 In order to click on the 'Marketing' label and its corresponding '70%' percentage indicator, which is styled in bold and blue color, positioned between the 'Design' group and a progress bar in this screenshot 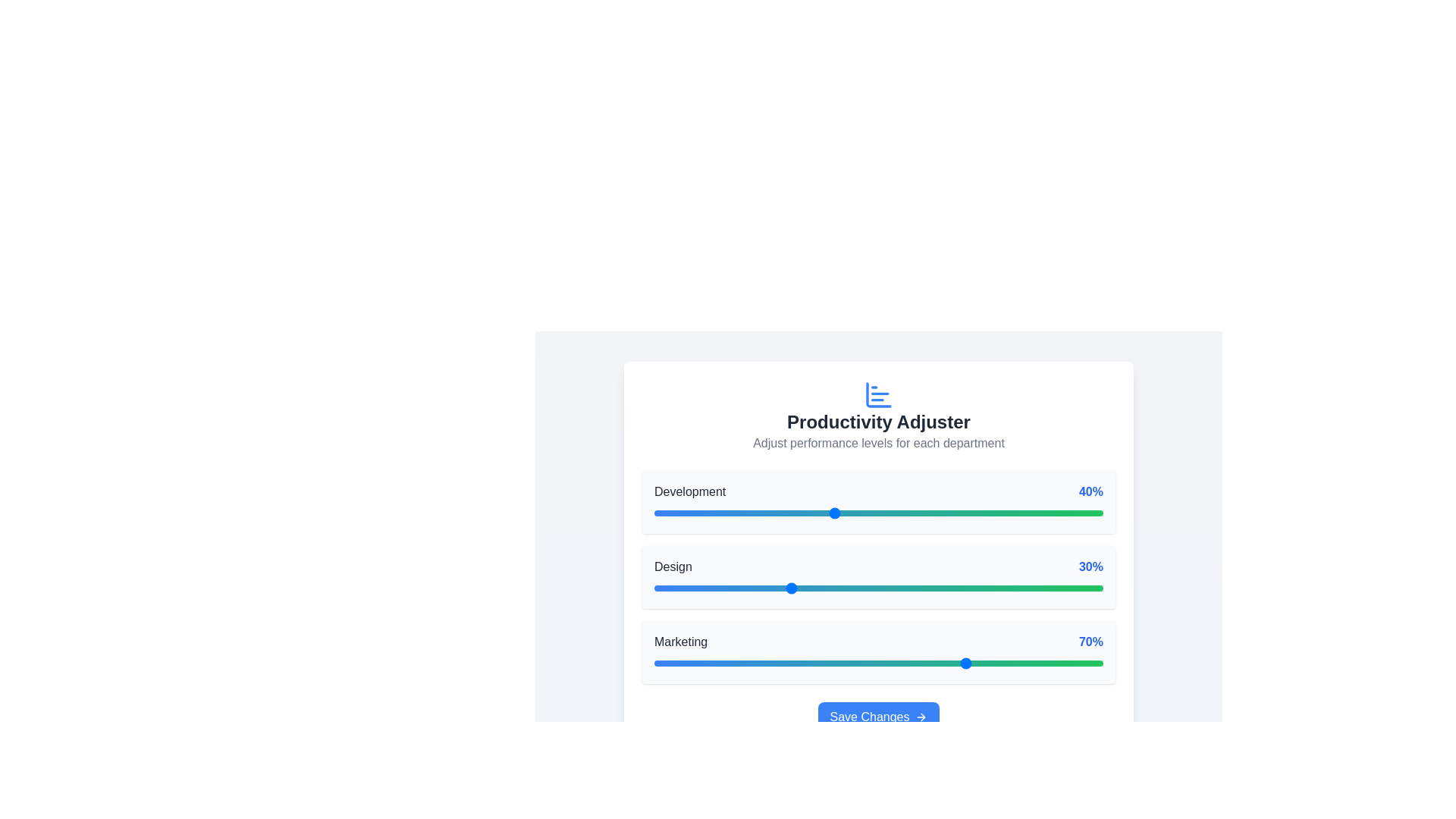, I will do `click(878, 642)`.